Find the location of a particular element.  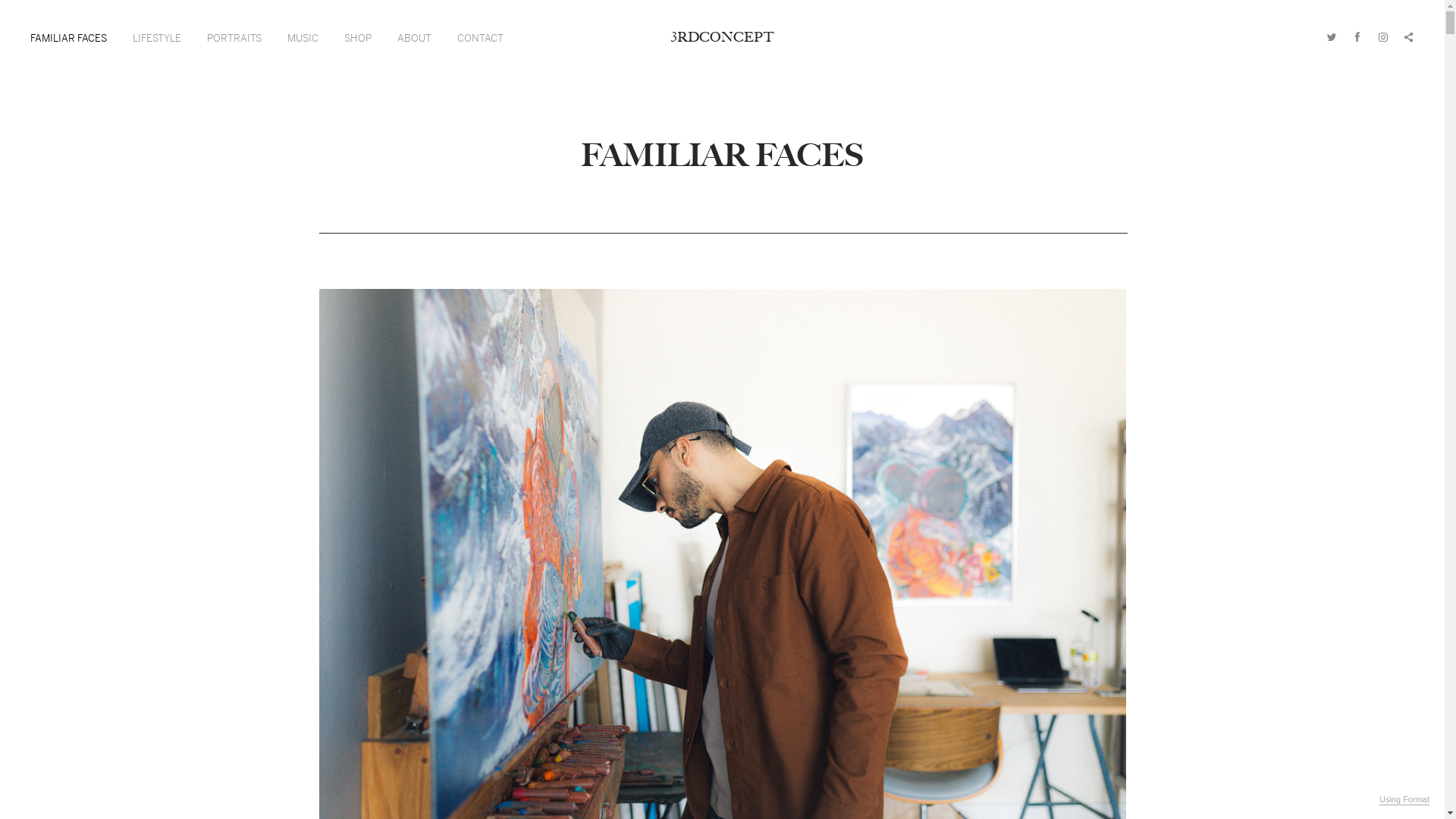

'3RDCONCEPT' is located at coordinates (721, 36).